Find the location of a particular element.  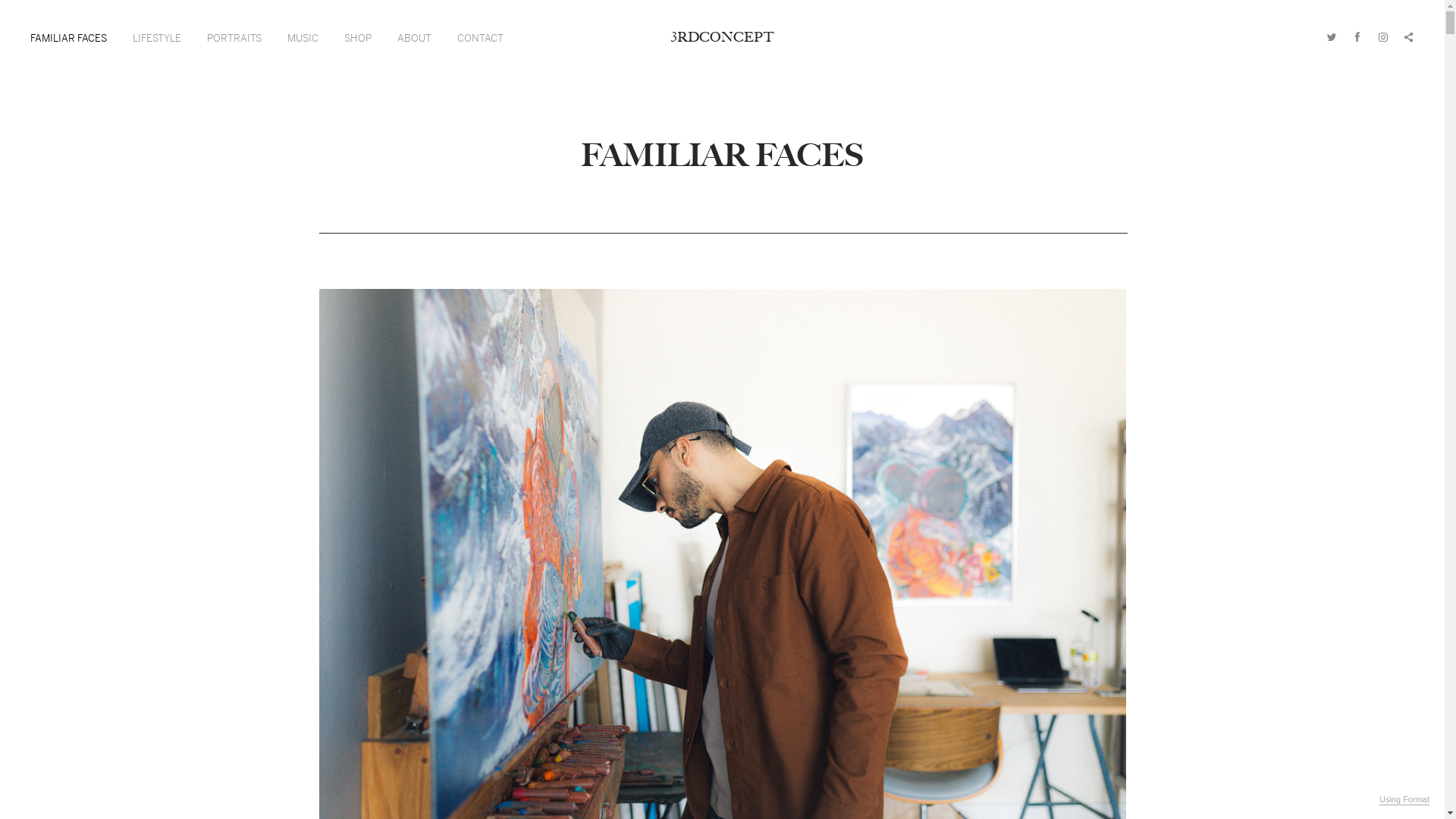

'3RDCONCEPT' is located at coordinates (721, 36).